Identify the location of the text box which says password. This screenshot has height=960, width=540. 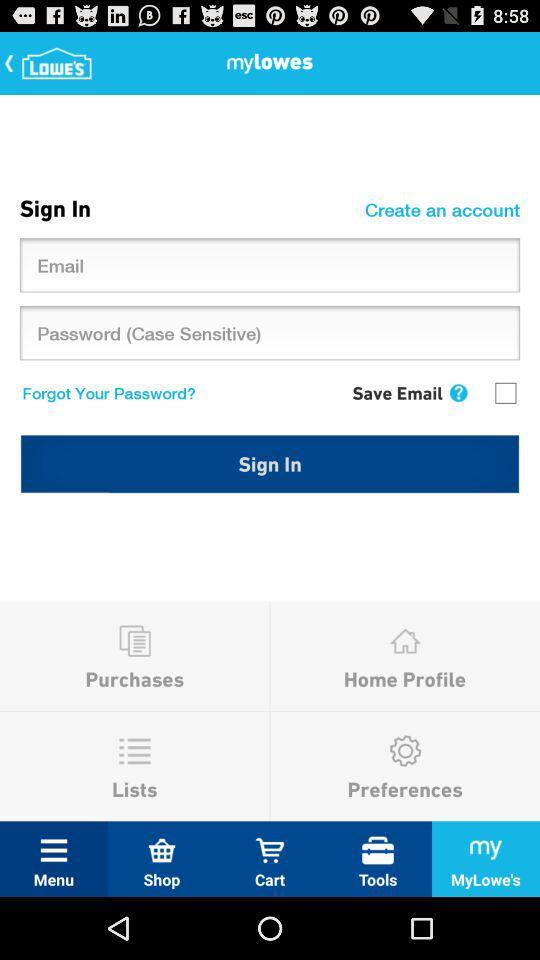
(270, 333).